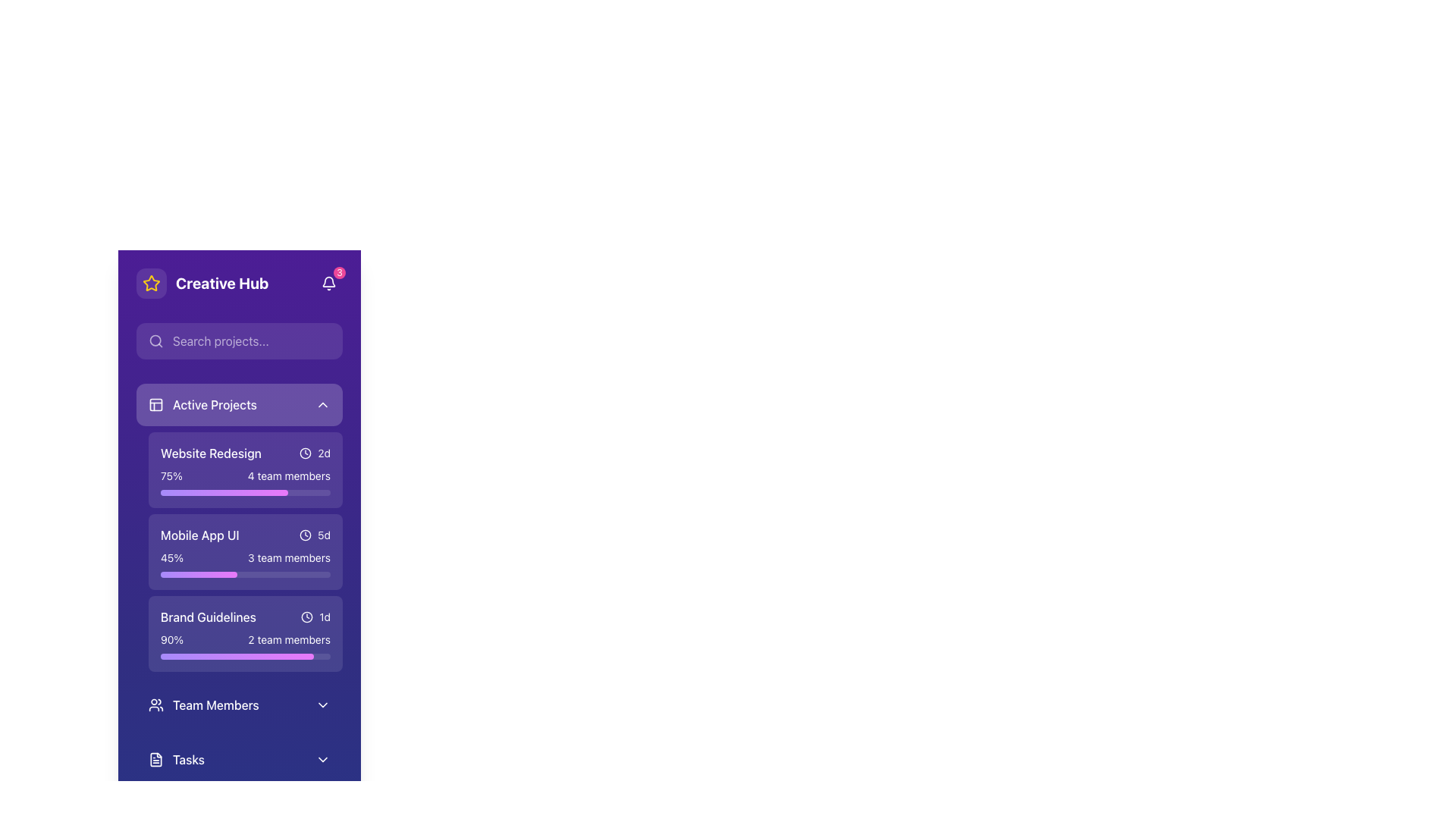 The height and width of the screenshot is (819, 1456). Describe the element at coordinates (246, 564) in the screenshot. I see `the progress bar located at the bottom of the 'Mobile App UI' card in the 'Active Projects' section, which shows a 45% fill and includes text for percentage and team members` at that location.